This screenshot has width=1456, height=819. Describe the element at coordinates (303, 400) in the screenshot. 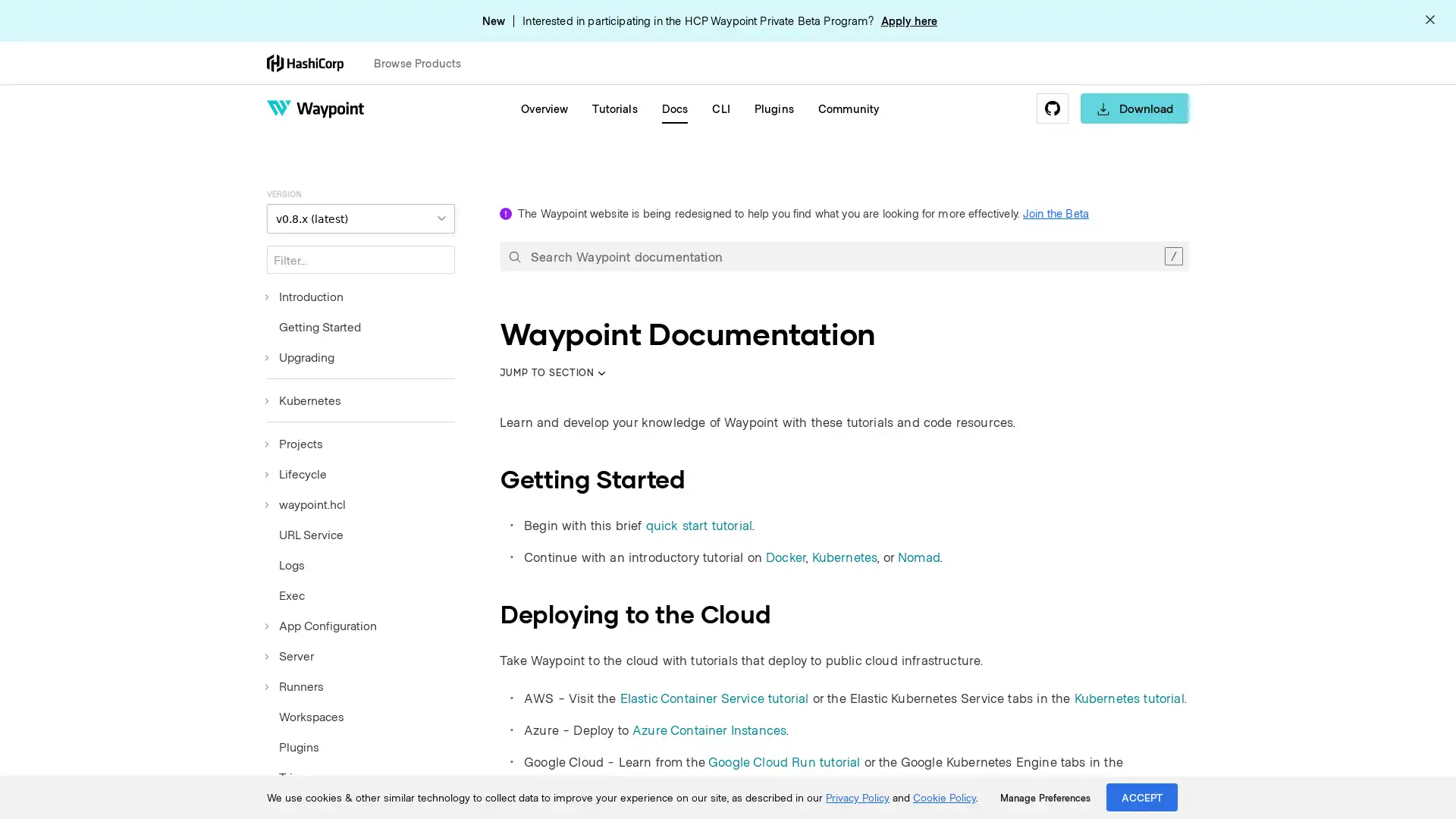

I see `Kubernetes` at that location.